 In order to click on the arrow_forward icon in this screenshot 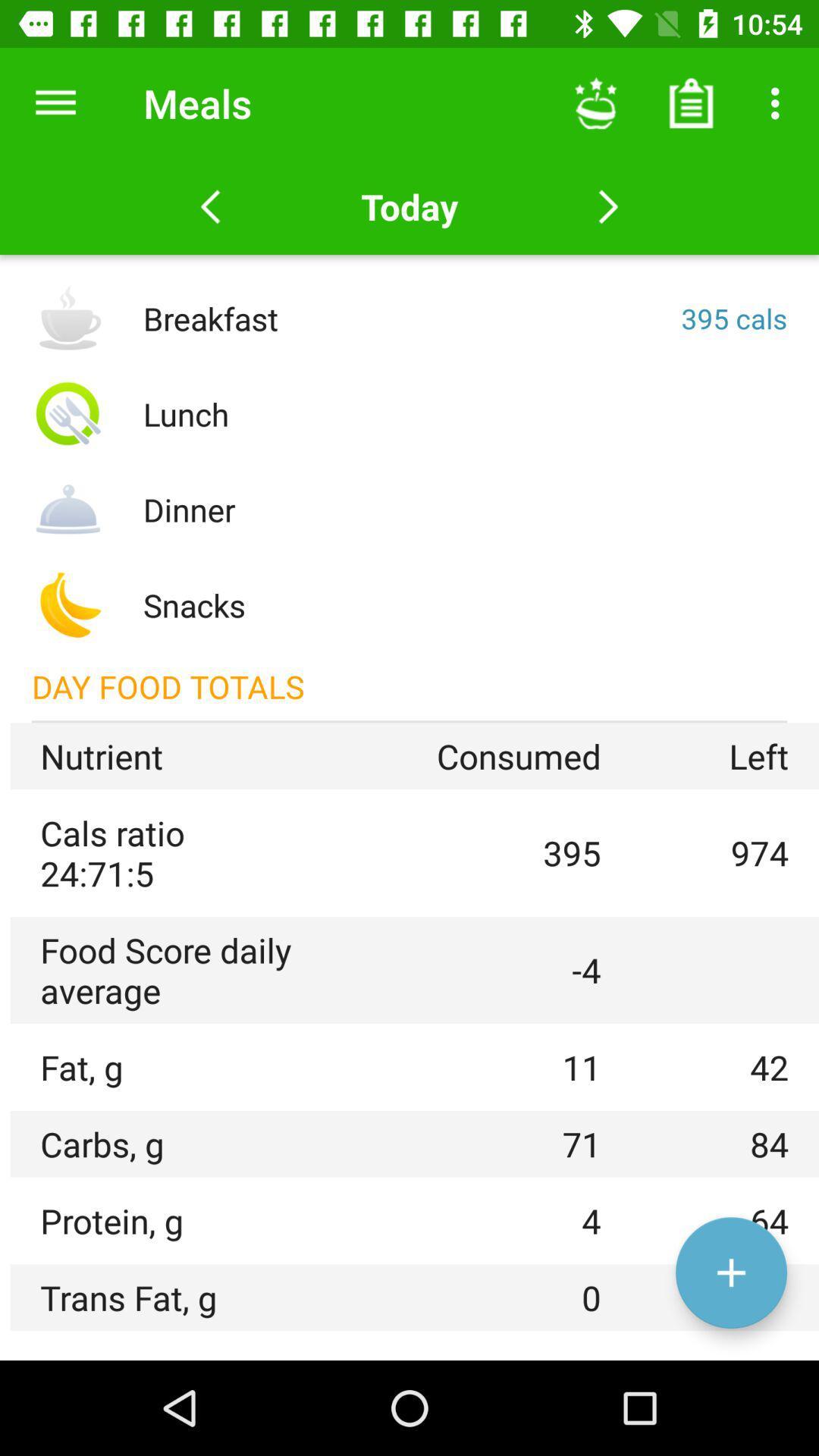, I will do `click(607, 206)`.